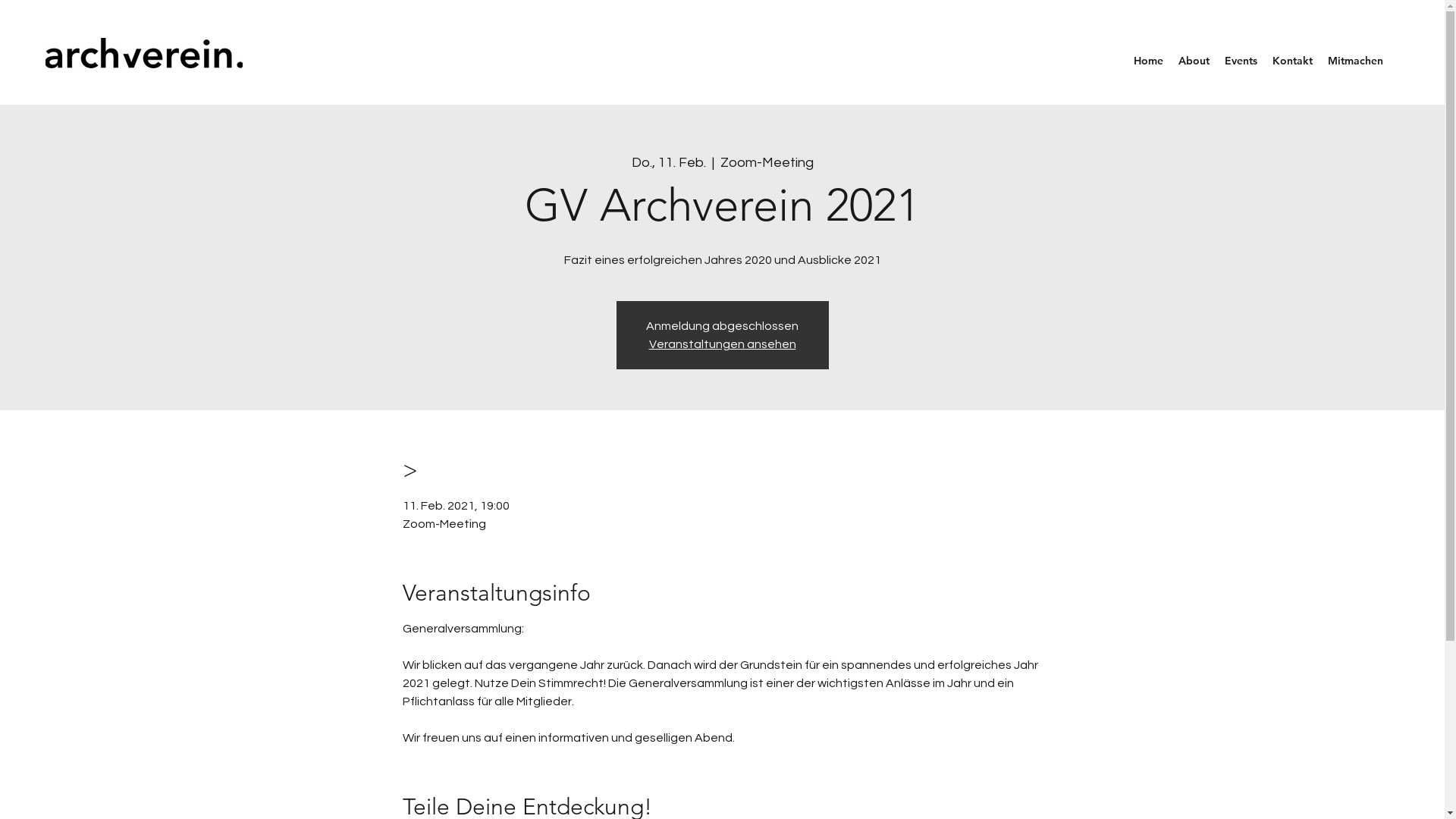 This screenshot has height=819, width=1456. What do you see at coordinates (1241, 60) in the screenshot?
I see `'Events'` at bounding box center [1241, 60].